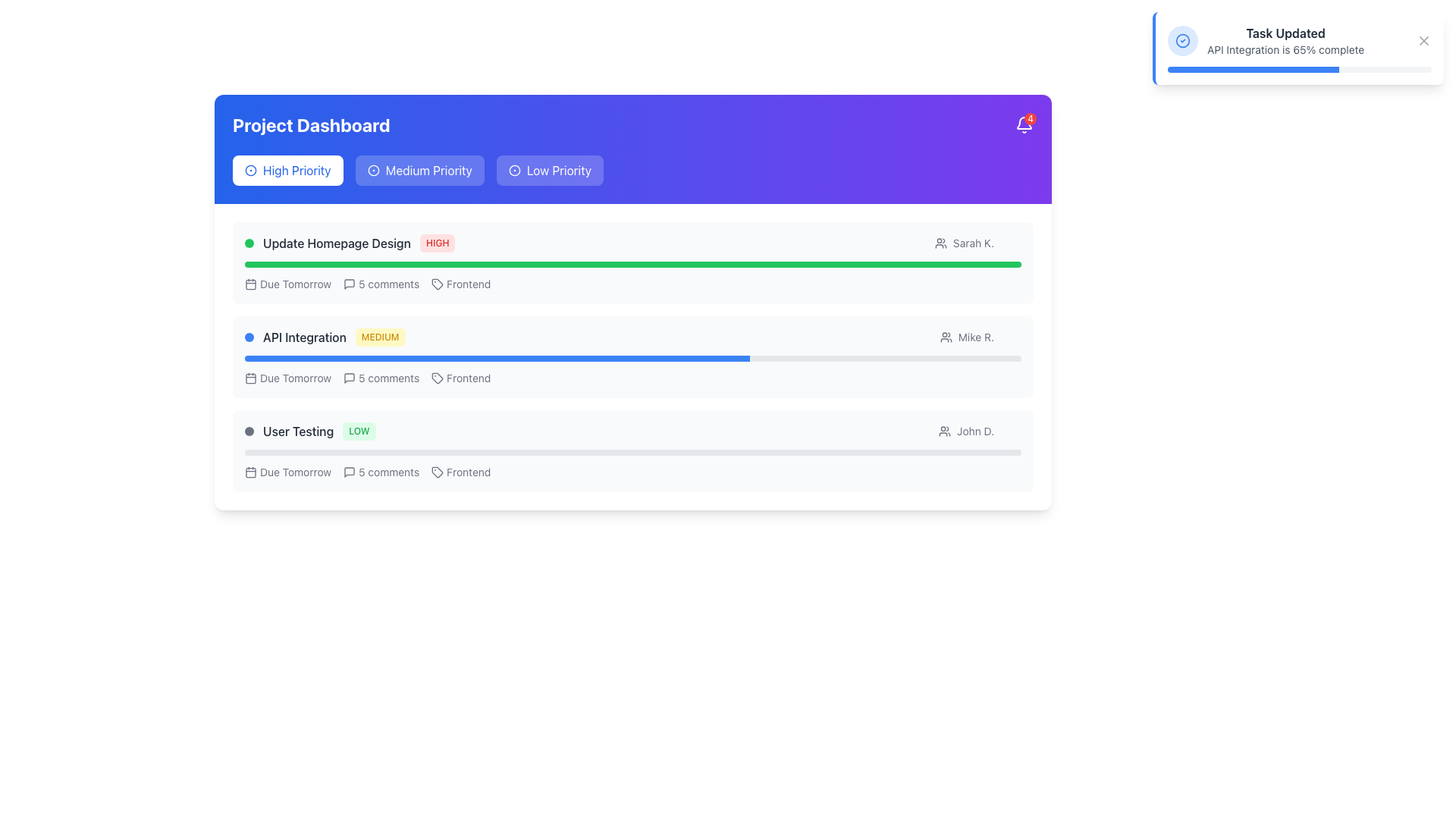 The height and width of the screenshot is (819, 1456). Describe the element at coordinates (373, 170) in the screenshot. I see `the Icon graphic element within the 'Medium Priority' button` at that location.